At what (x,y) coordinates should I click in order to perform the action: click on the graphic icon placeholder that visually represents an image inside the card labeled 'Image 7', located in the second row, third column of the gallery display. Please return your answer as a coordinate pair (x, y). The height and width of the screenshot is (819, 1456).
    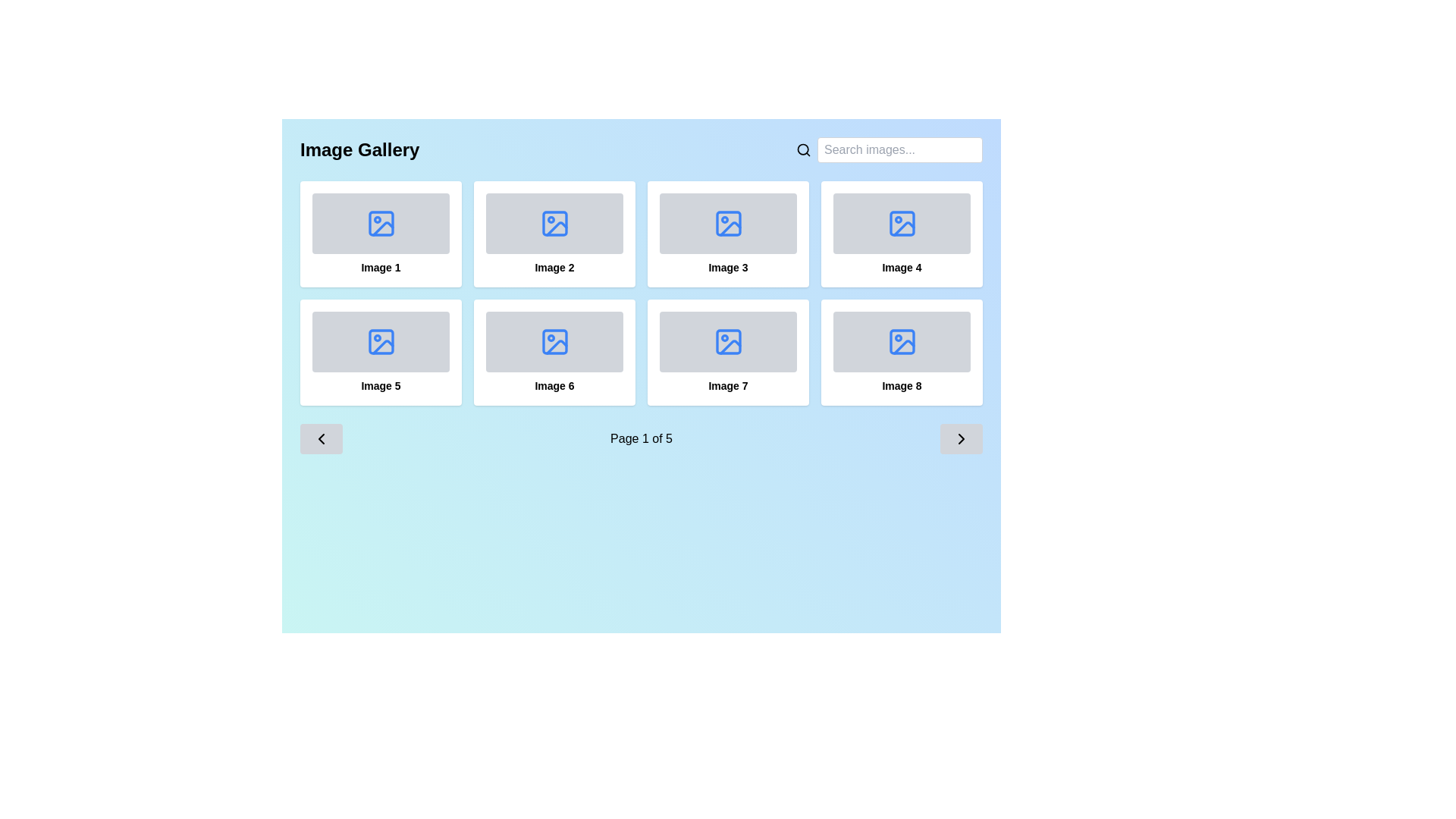
    Looking at the image, I should click on (728, 342).